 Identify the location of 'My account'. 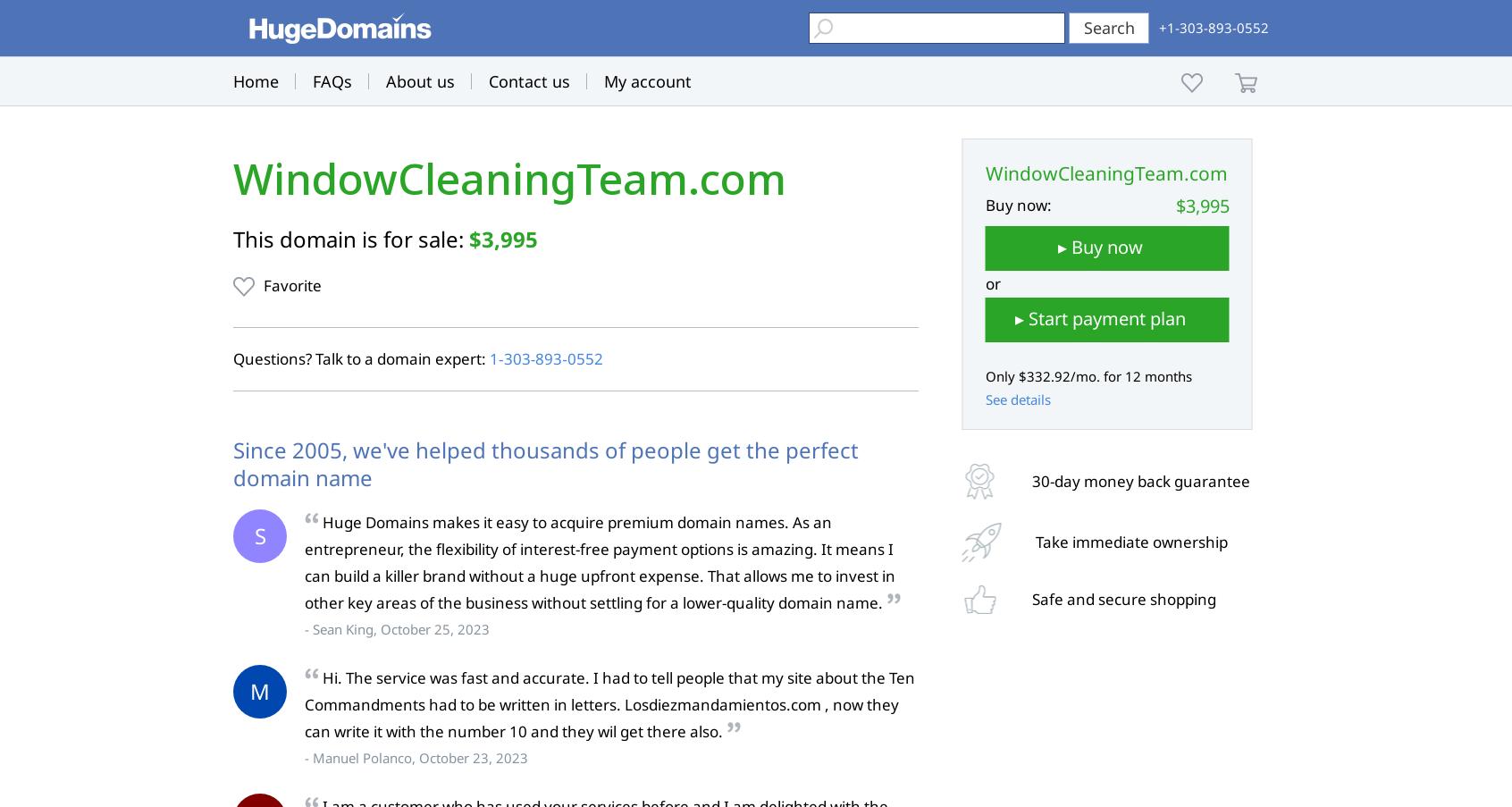
(647, 81).